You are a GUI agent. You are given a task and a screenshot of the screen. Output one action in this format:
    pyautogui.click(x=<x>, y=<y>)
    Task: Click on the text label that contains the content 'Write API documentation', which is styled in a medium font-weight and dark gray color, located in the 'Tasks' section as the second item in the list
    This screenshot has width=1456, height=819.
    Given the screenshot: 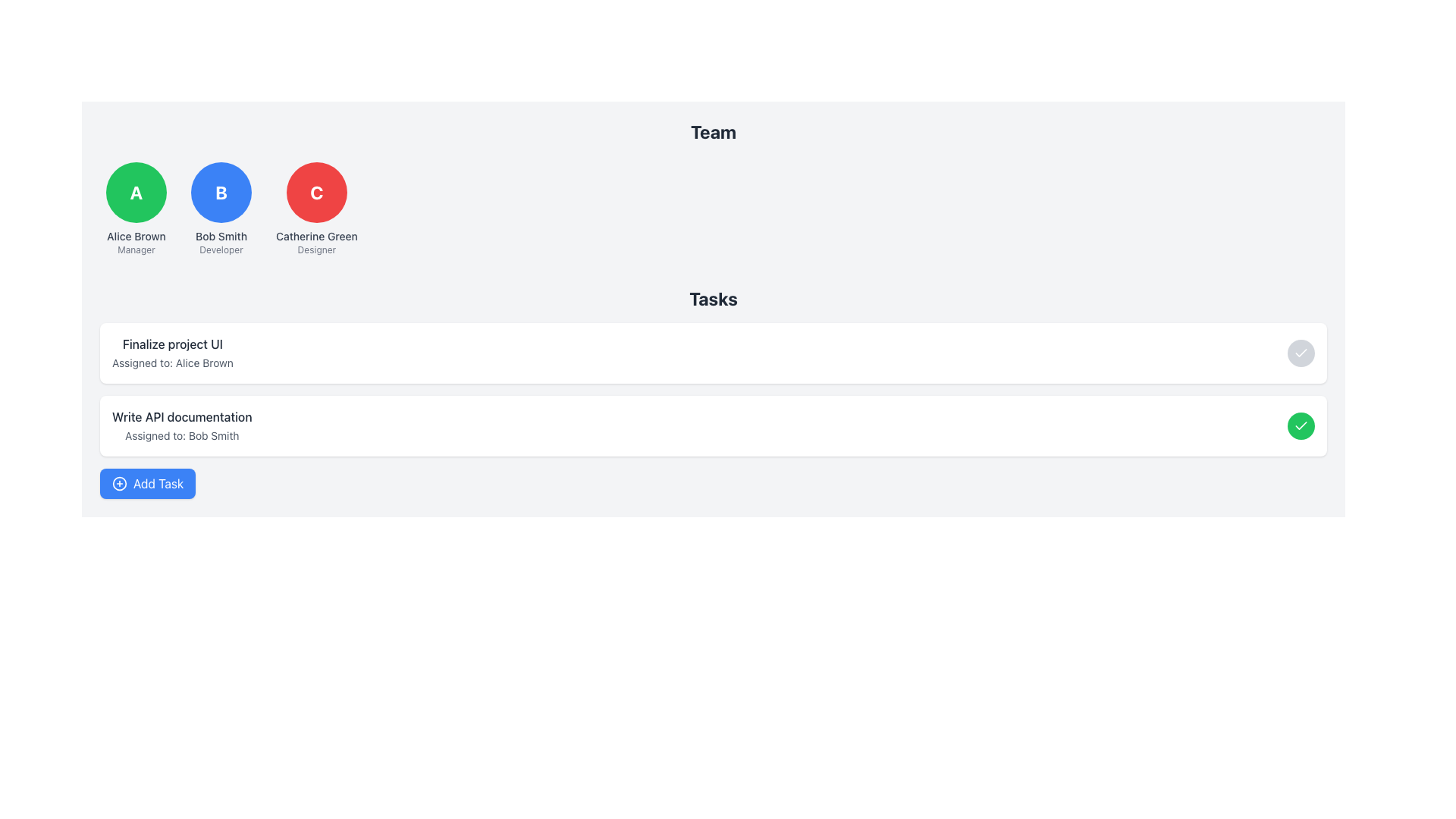 What is the action you would take?
    pyautogui.click(x=182, y=417)
    